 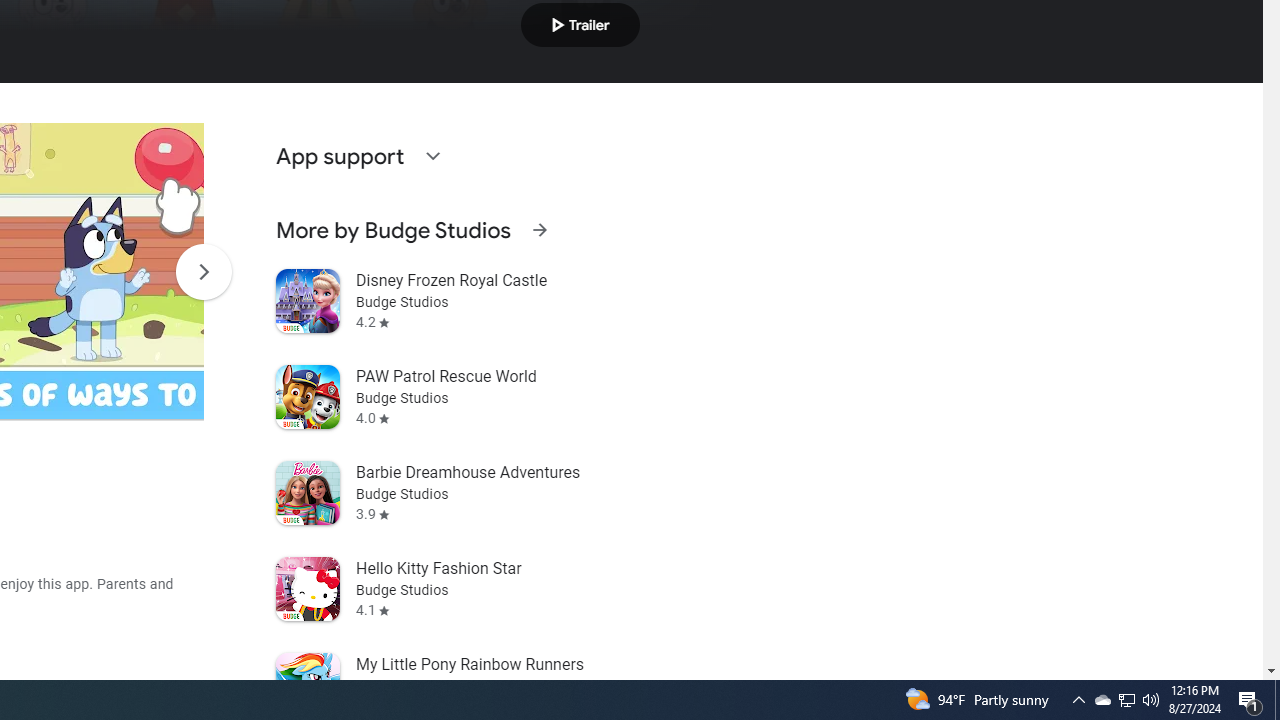 I want to click on 'Expand', so click(x=431, y=154).